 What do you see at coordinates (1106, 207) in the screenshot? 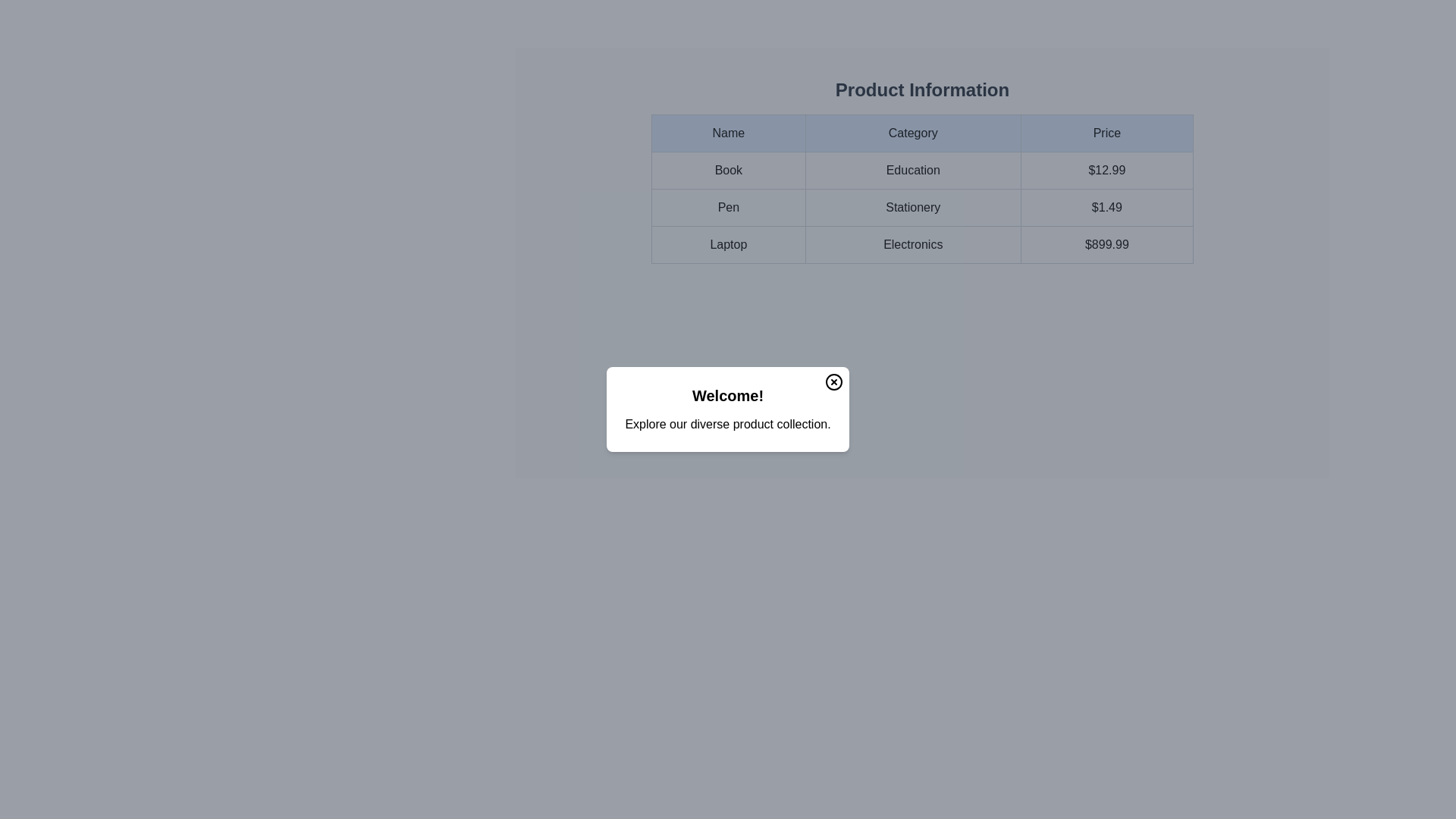
I see `the price Text label for the product categorized as 'Stationery', located in the last column of the second row in the table` at bounding box center [1106, 207].